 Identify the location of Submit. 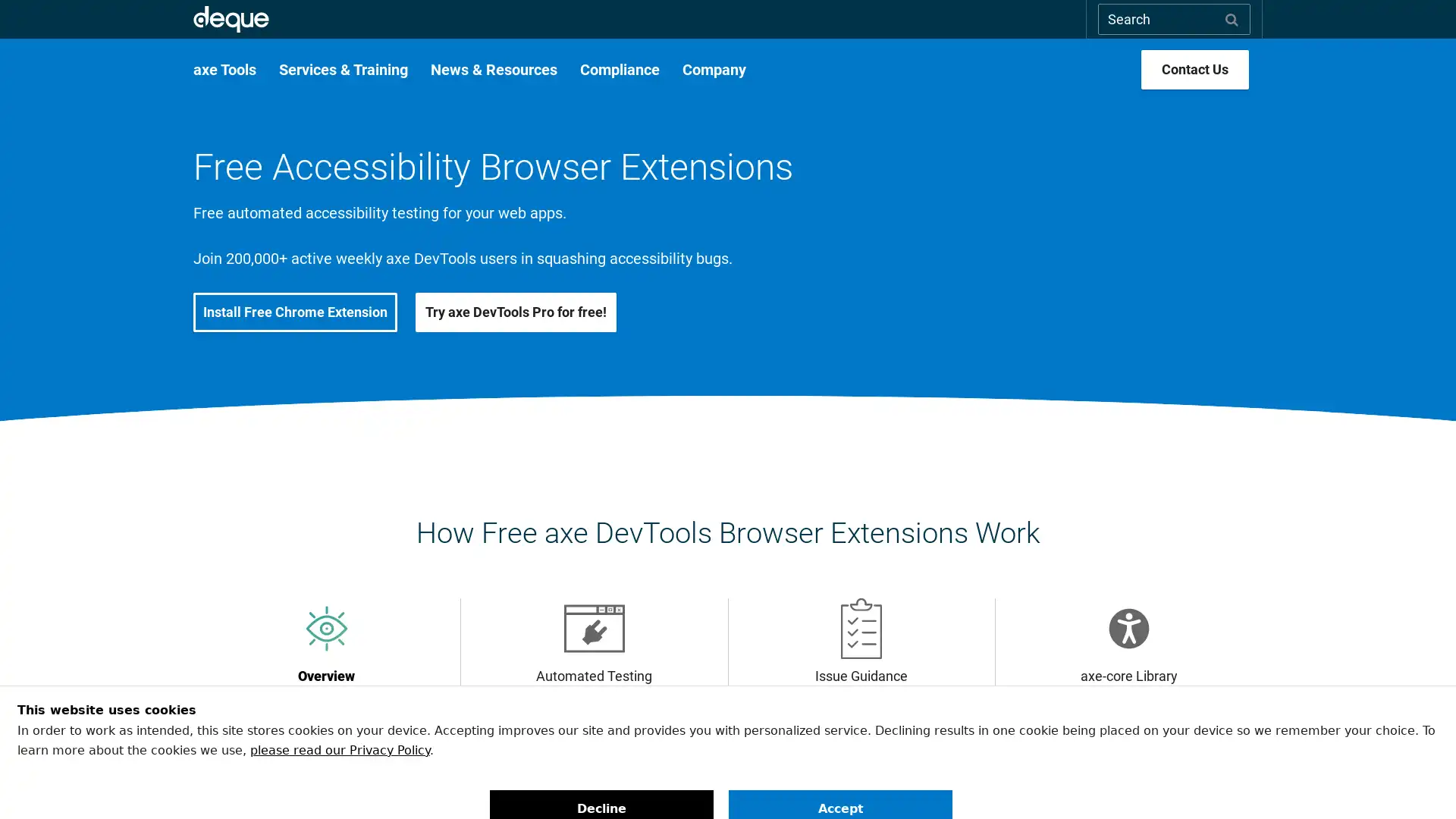
(1232, 18).